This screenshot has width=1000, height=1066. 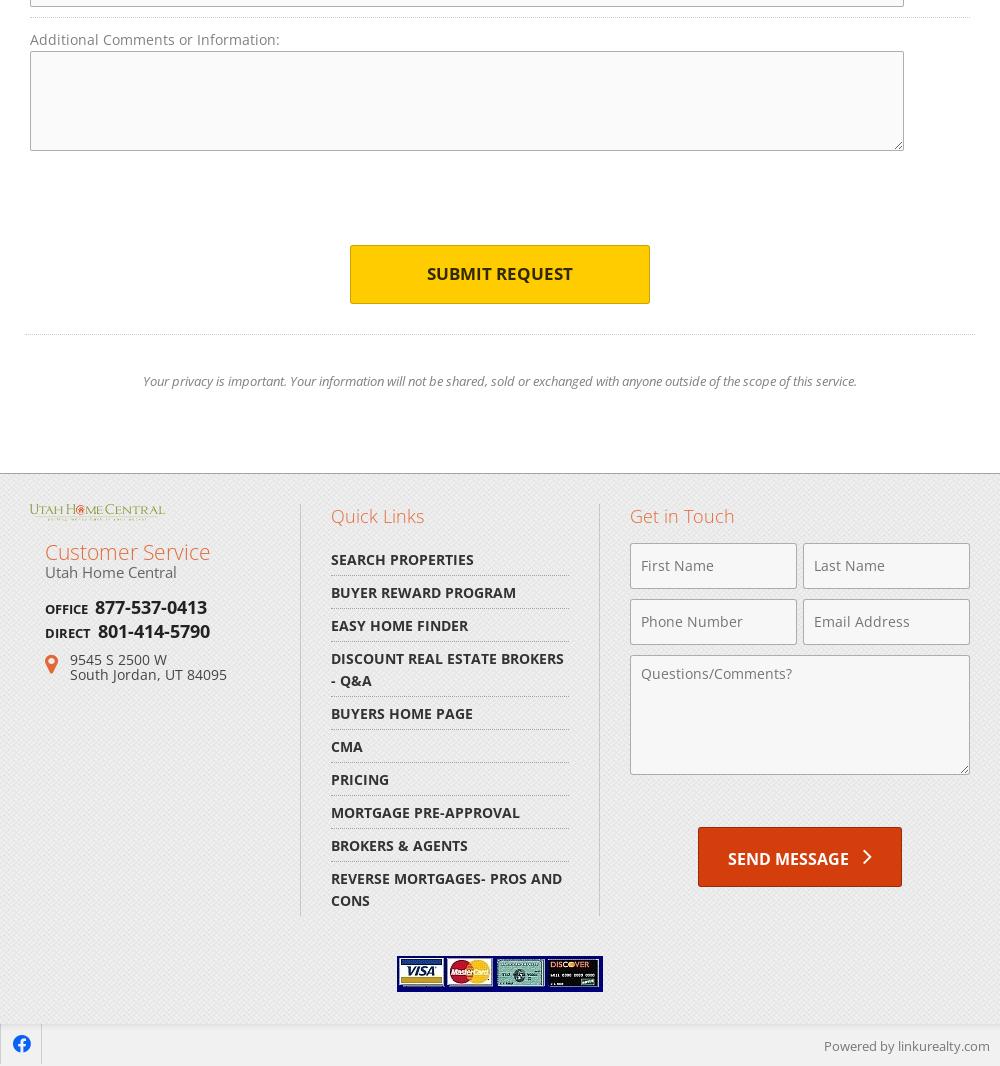 I want to click on 'Additional Comments or Information:', so click(x=30, y=37).